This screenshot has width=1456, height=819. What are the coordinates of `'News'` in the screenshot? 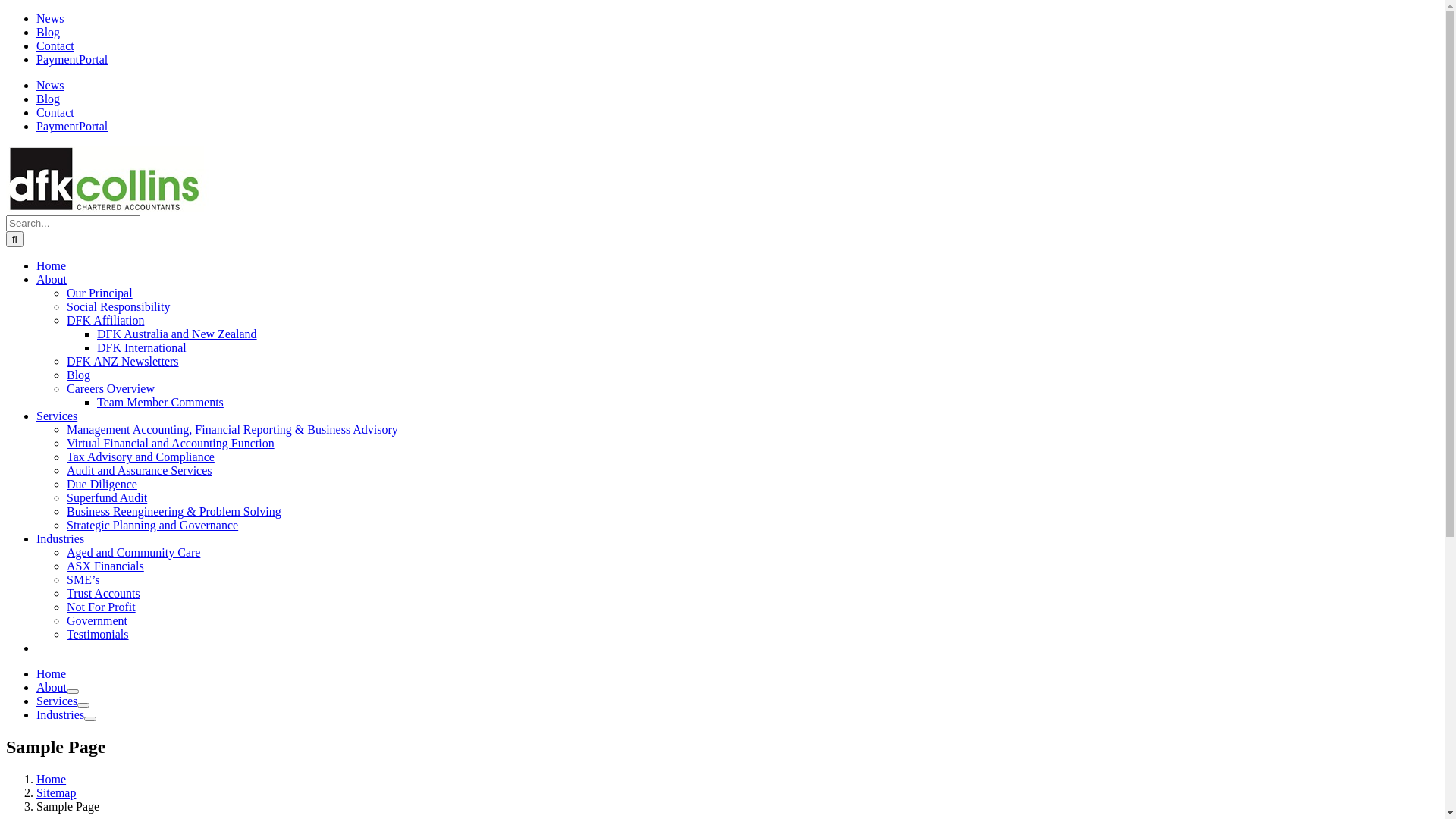 It's located at (50, 85).